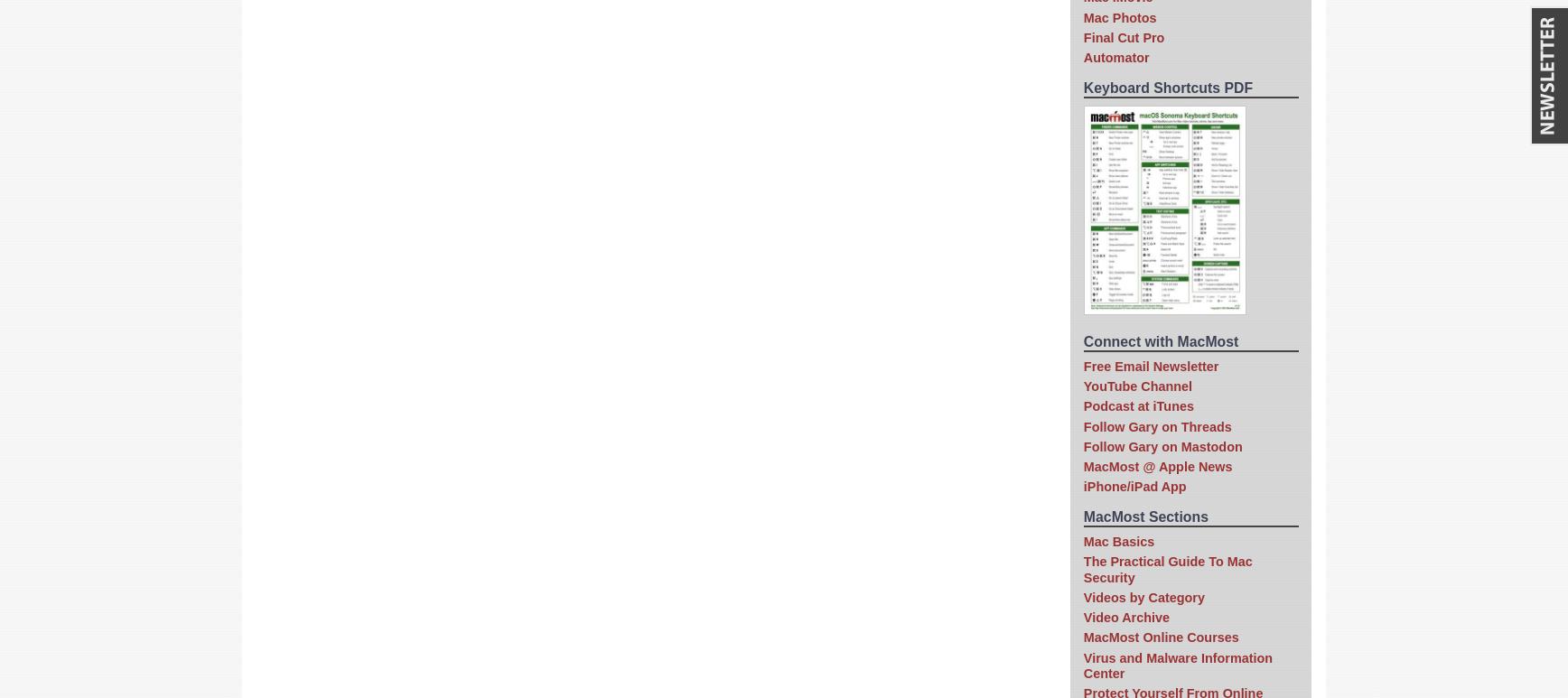  I want to click on 'Mac Basics', so click(1118, 539).